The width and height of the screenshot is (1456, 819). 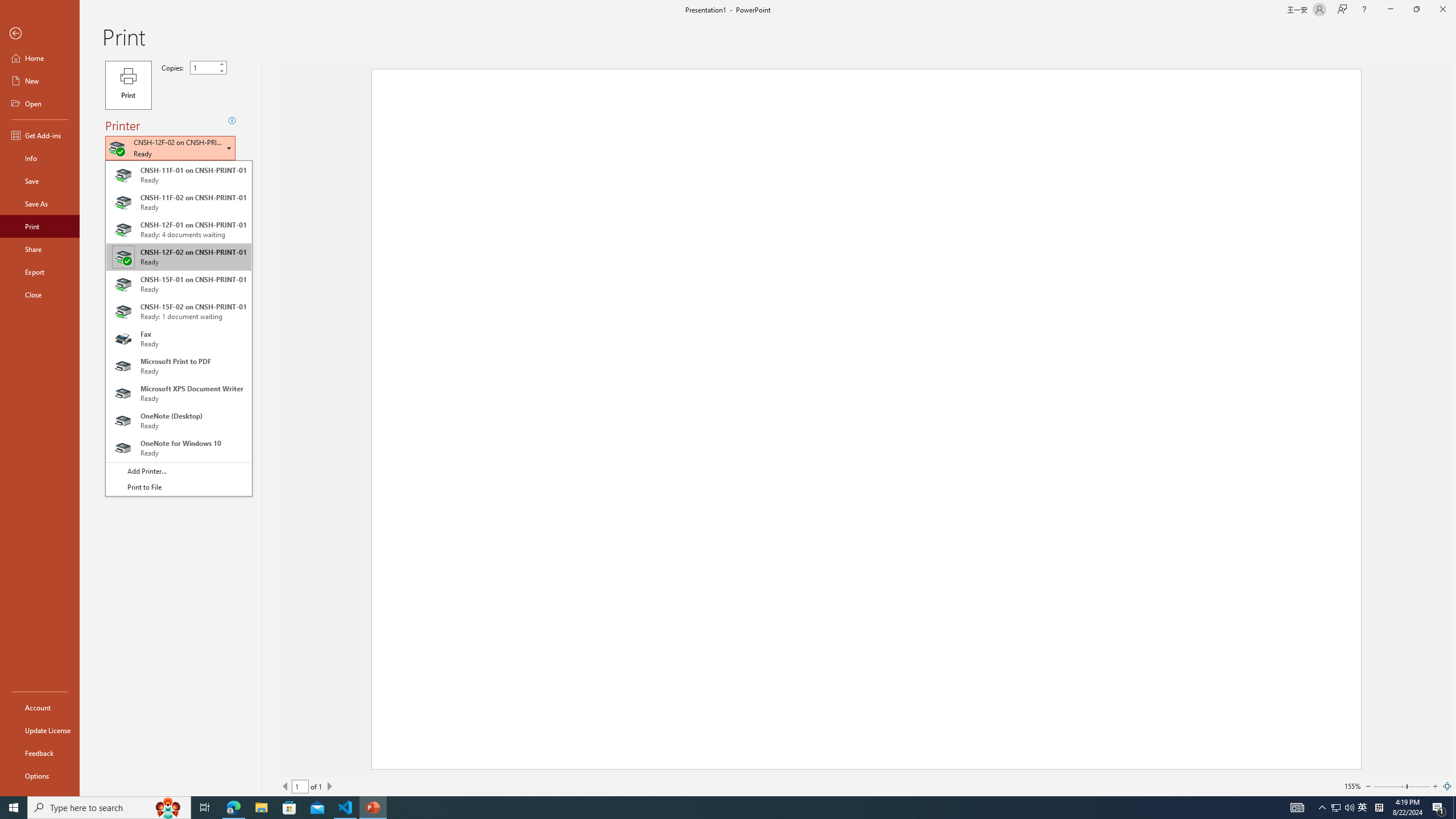 What do you see at coordinates (169, 148) in the screenshot?
I see `'Which Printer'` at bounding box center [169, 148].